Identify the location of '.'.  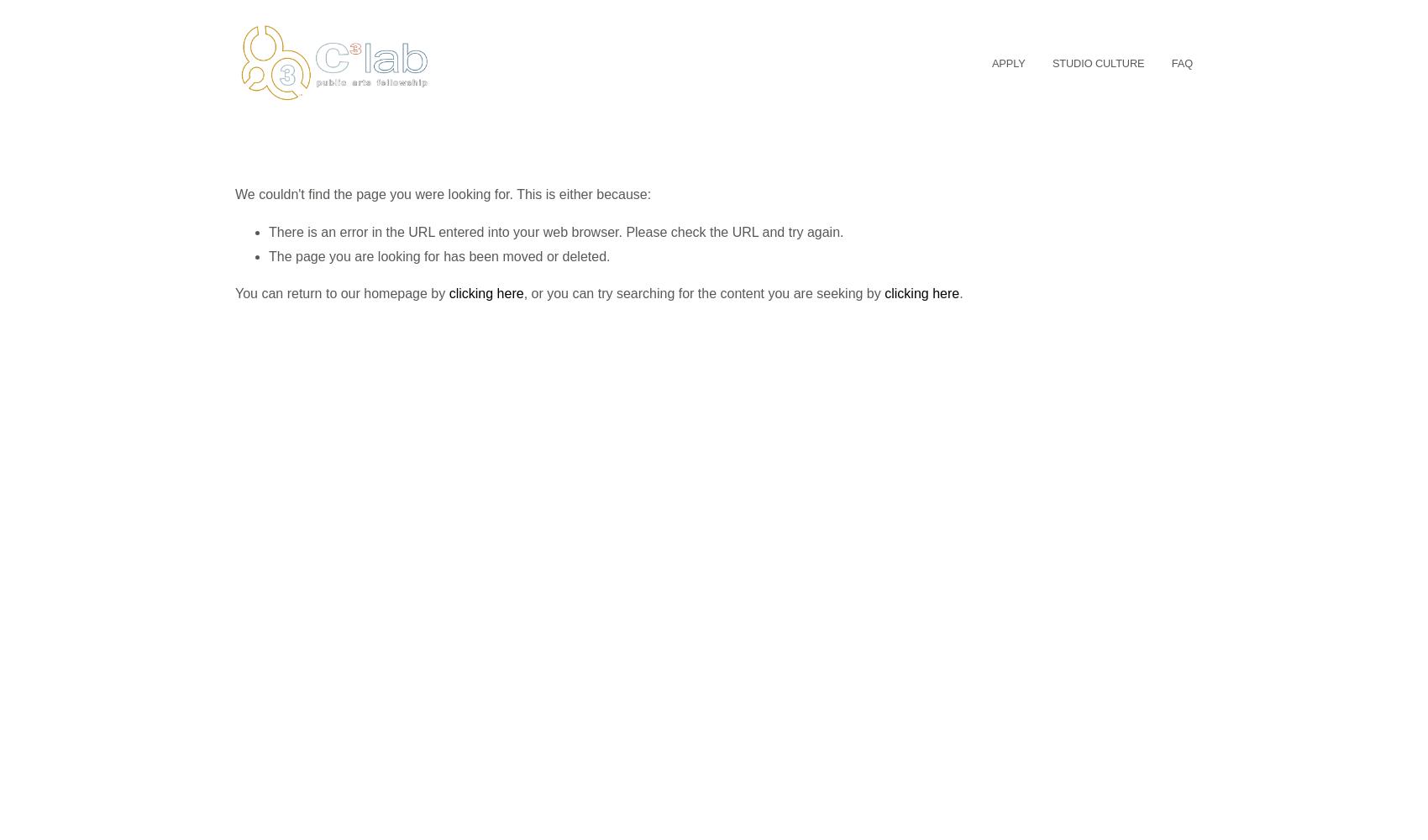
(960, 292).